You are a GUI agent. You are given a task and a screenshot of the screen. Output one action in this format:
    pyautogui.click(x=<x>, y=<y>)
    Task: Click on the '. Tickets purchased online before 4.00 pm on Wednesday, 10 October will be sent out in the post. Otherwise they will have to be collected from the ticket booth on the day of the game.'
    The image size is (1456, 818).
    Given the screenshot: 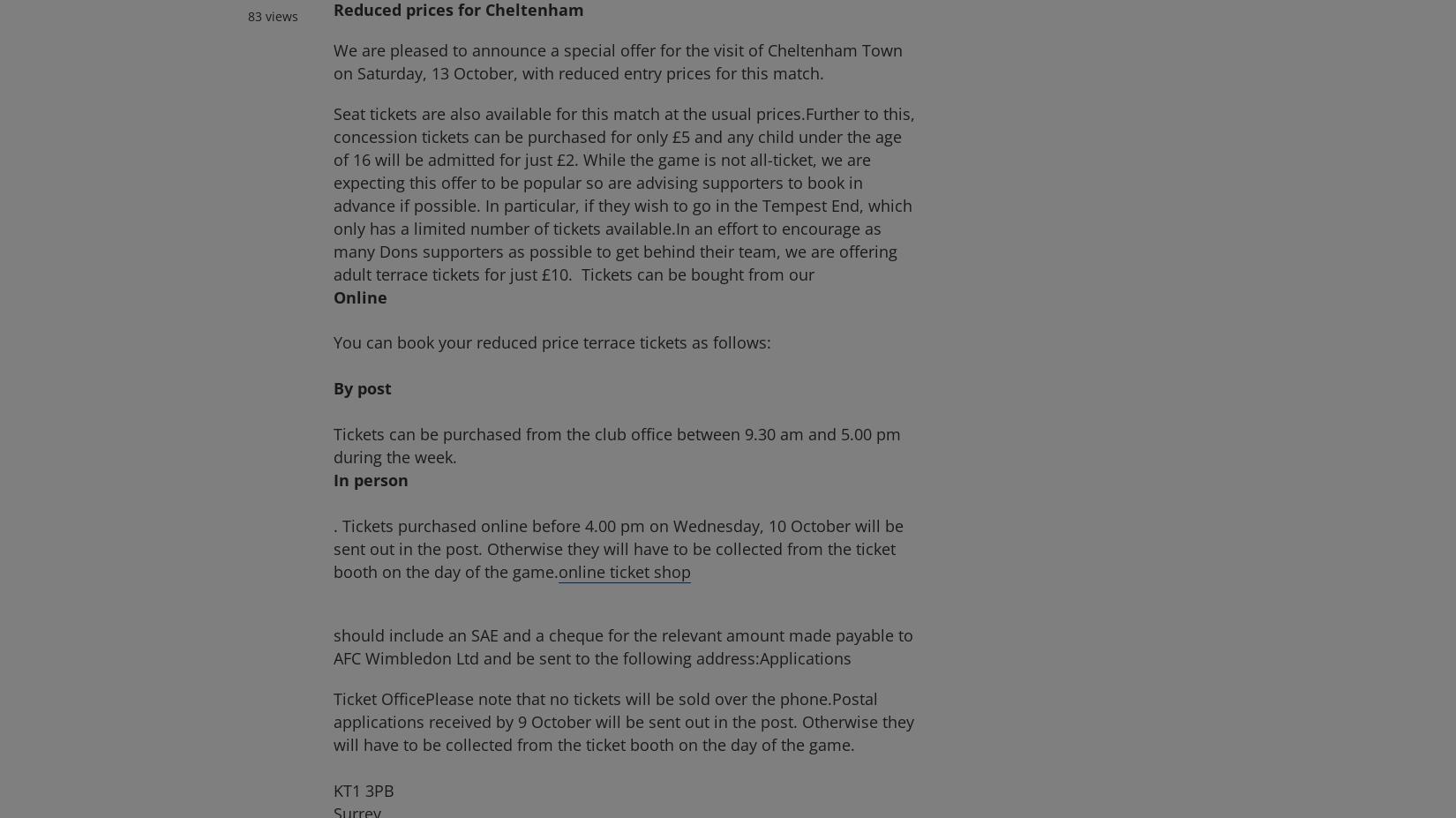 What is the action you would take?
    pyautogui.click(x=617, y=548)
    